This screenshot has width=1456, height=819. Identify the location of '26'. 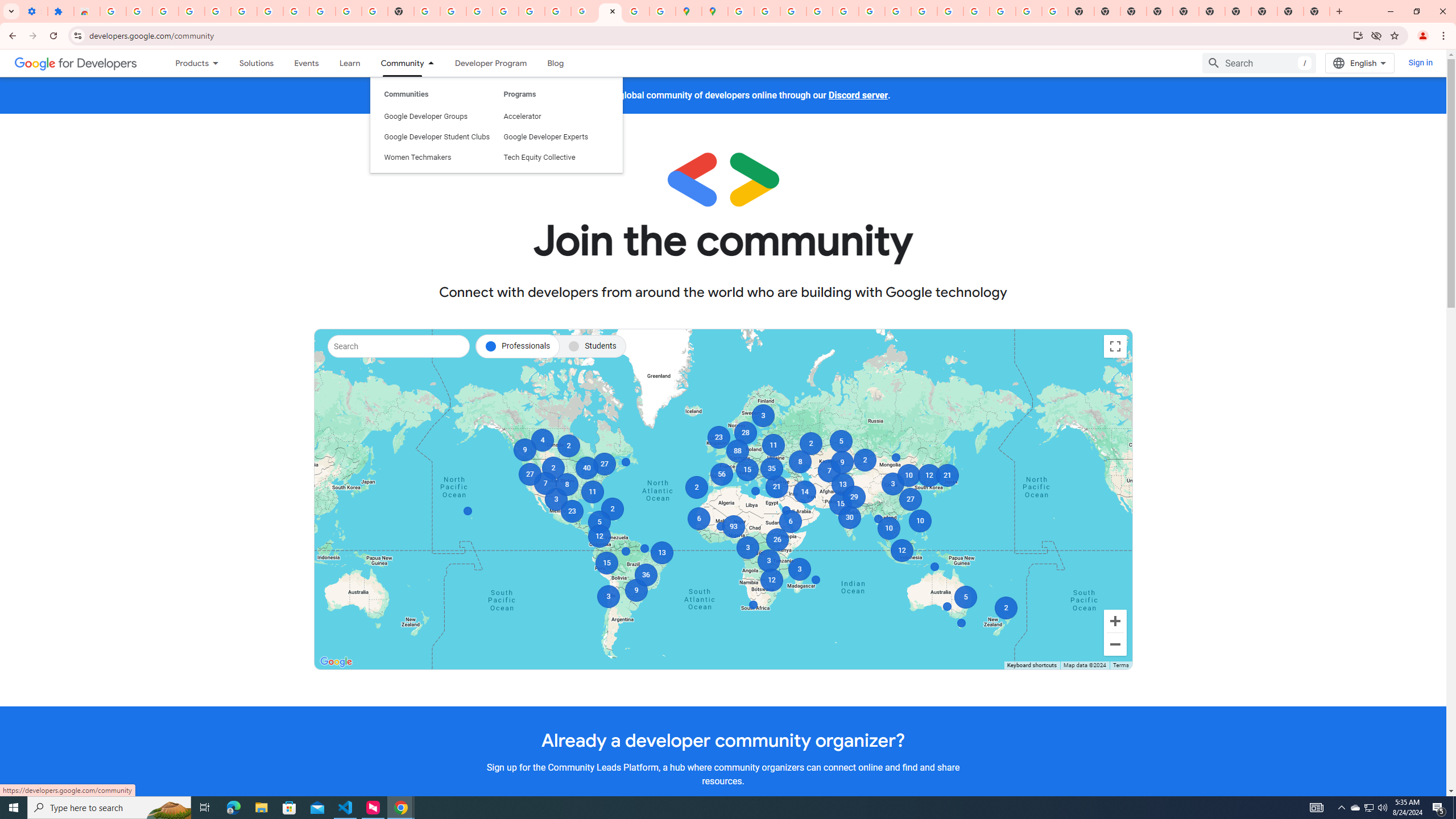
(777, 539).